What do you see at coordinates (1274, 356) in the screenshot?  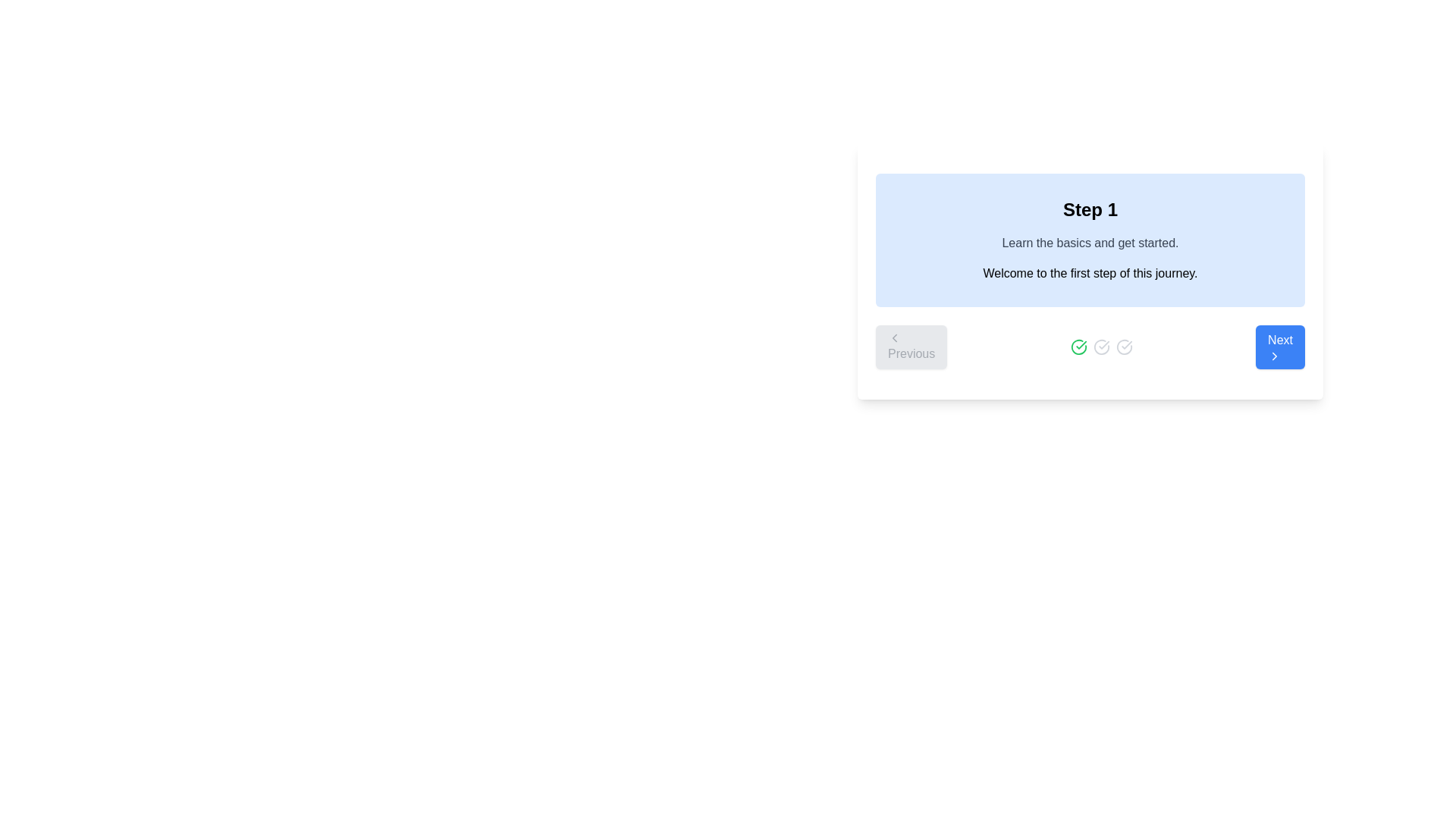 I see `the right-pointing chevron icon located within the 'Next' button at the bottom-right corner of the interface, which indicates the flow of navigation to advance to the next step` at bounding box center [1274, 356].